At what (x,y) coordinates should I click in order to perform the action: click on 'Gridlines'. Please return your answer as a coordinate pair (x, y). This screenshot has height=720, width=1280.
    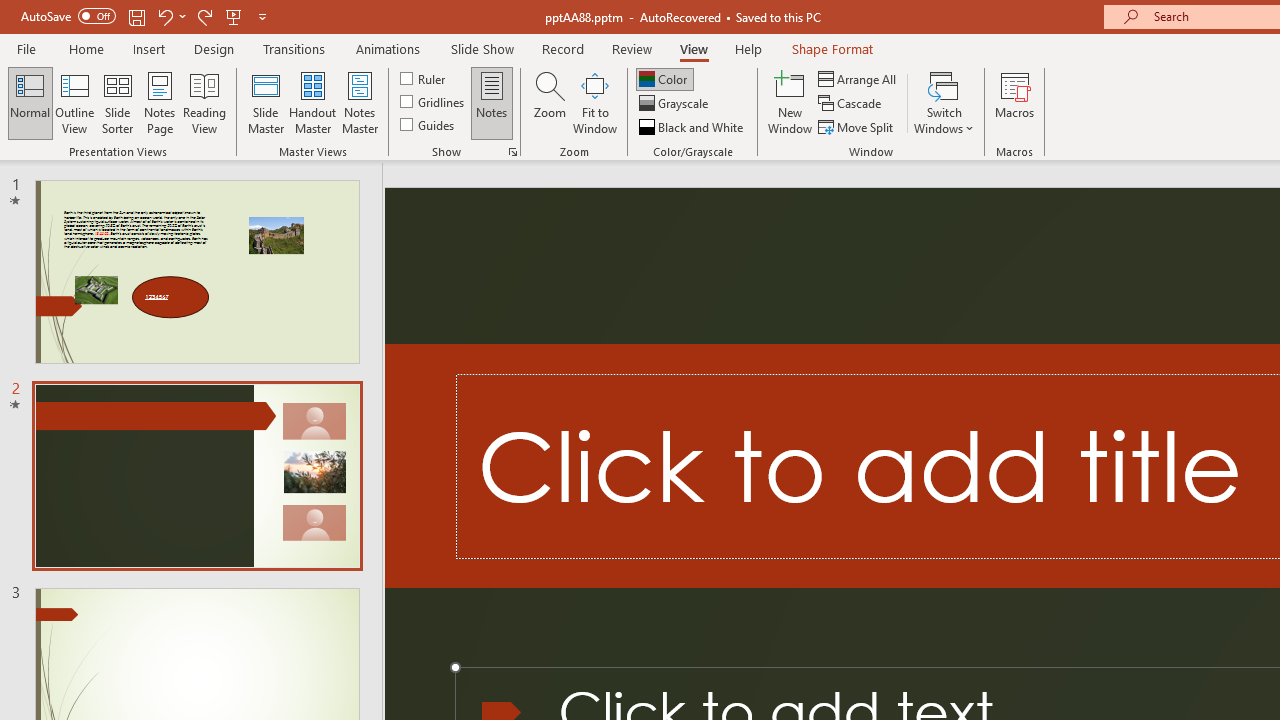
    Looking at the image, I should click on (432, 101).